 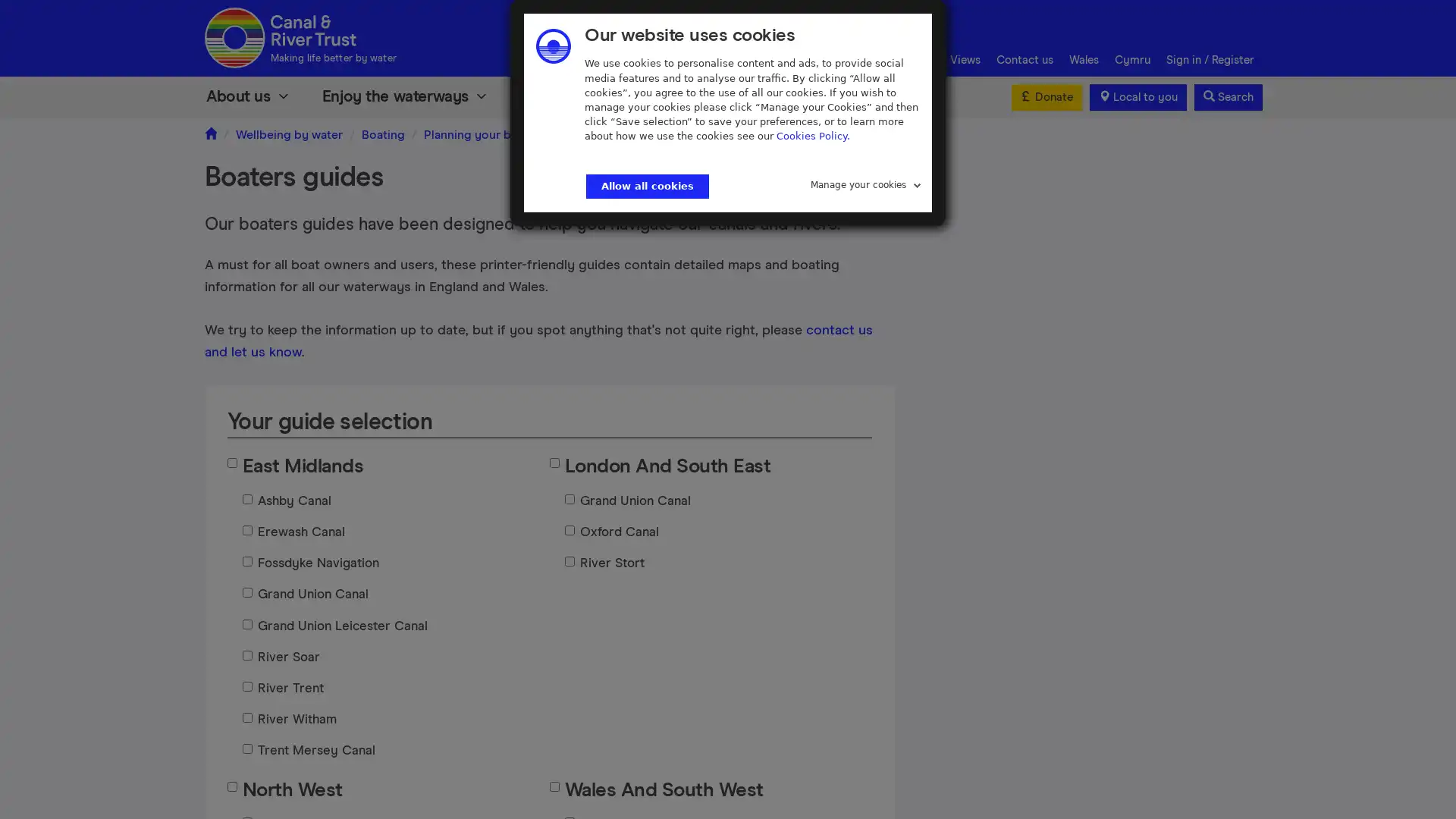 I want to click on Donate, so click(x=1046, y=96).